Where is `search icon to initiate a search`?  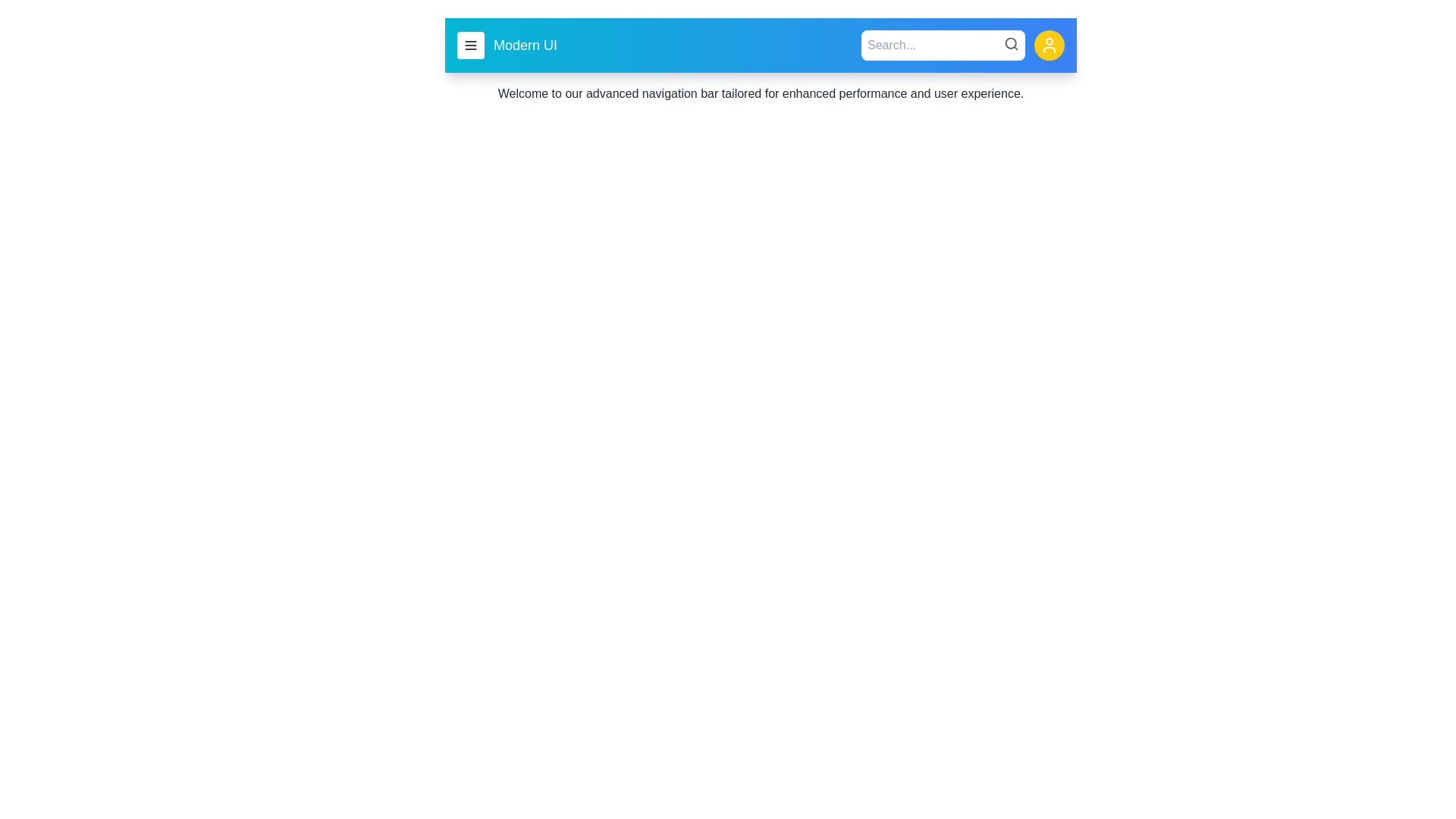
search icon to initiate a search is located at coordinates (1012, 42).